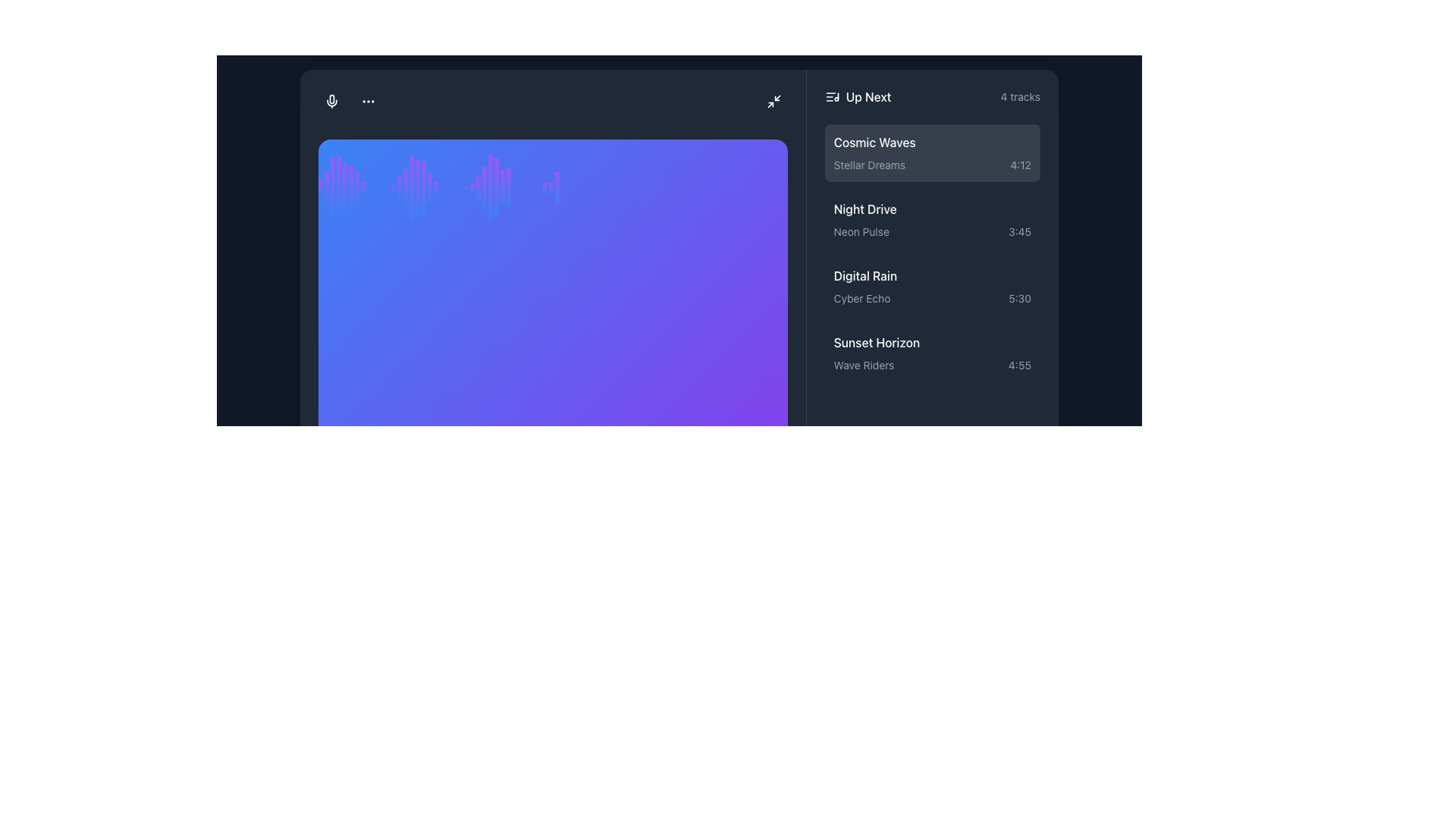  What do you see at coordinates (1019, 365) in the screenshot?
I see `the text label indicating the duration of the song 'Sunset Horizon' by 'Wave Riders', located at the right side of the last item in the 'Up Next' section` at bounding box center [1019, 365].